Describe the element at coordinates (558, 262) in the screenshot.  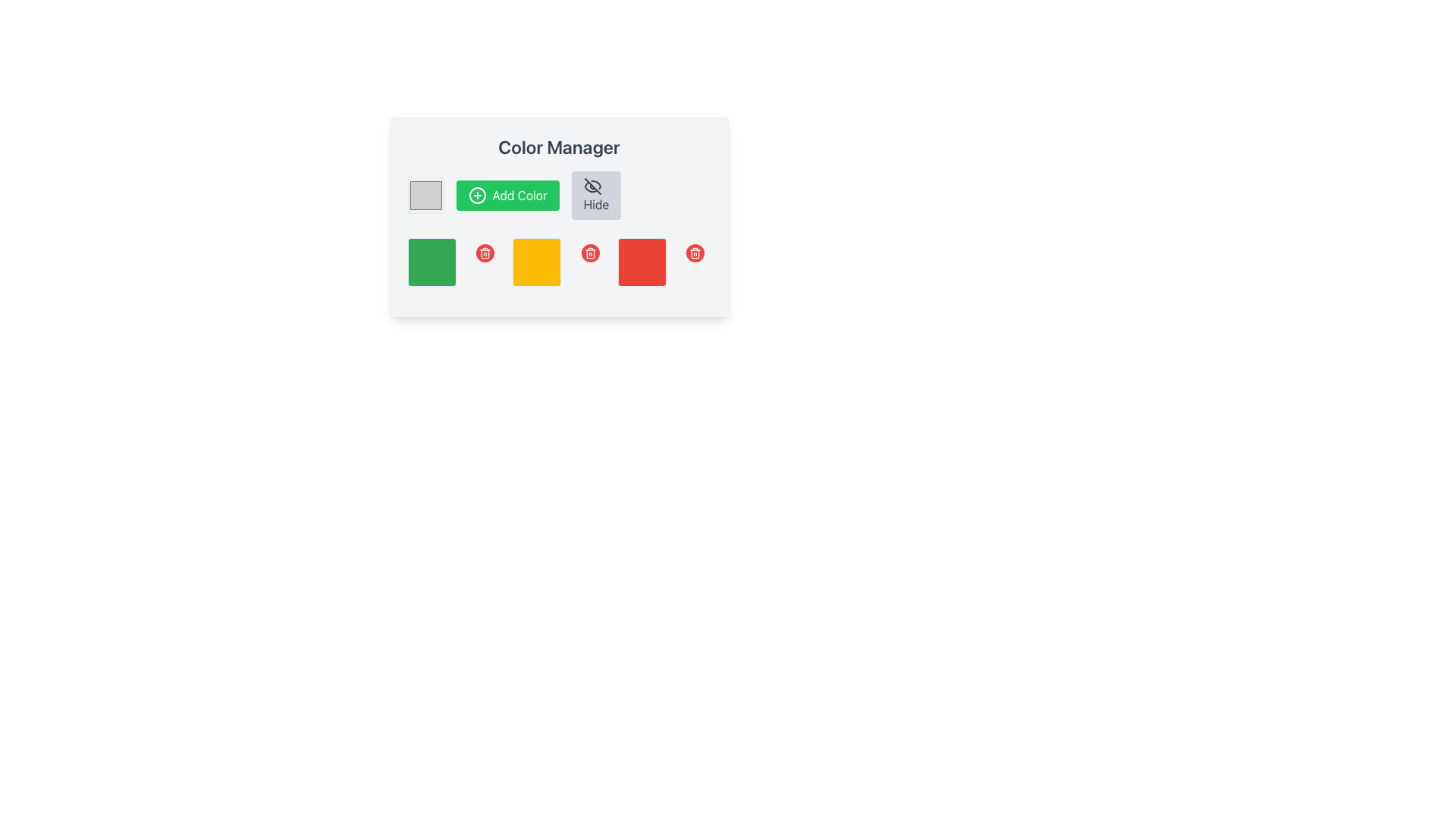
I see `the middle color display block in the color management interface` at that location.